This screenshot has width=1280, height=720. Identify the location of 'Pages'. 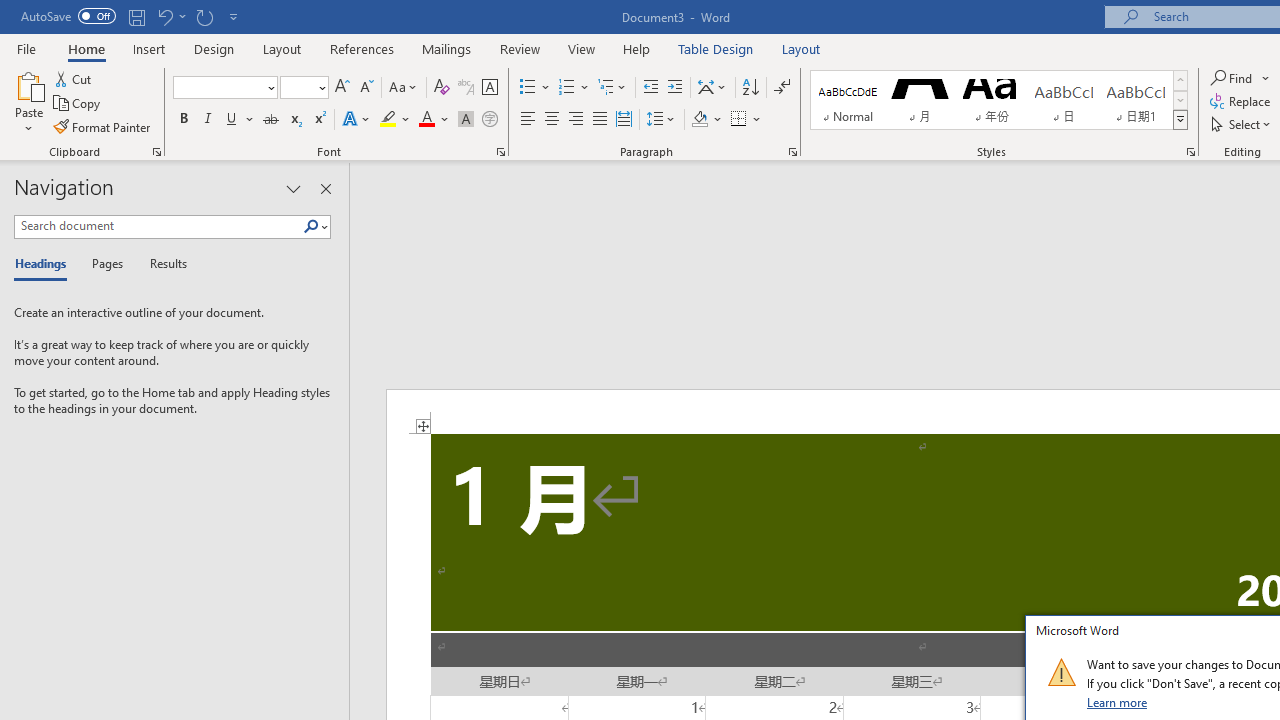
(104, 264).